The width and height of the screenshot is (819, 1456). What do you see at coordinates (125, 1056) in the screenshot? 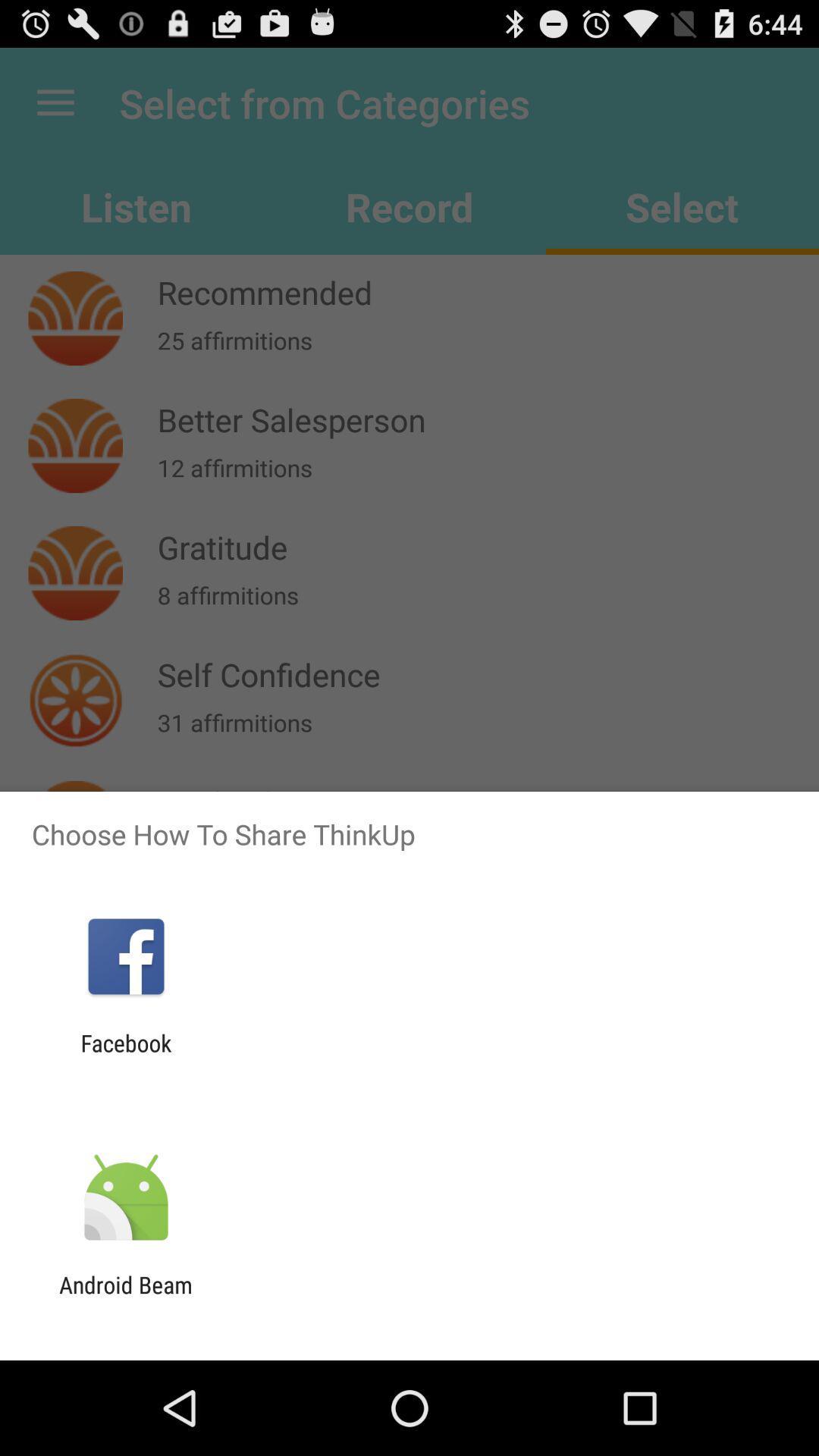
I see `facebook` at bounding box center [125, 1056].